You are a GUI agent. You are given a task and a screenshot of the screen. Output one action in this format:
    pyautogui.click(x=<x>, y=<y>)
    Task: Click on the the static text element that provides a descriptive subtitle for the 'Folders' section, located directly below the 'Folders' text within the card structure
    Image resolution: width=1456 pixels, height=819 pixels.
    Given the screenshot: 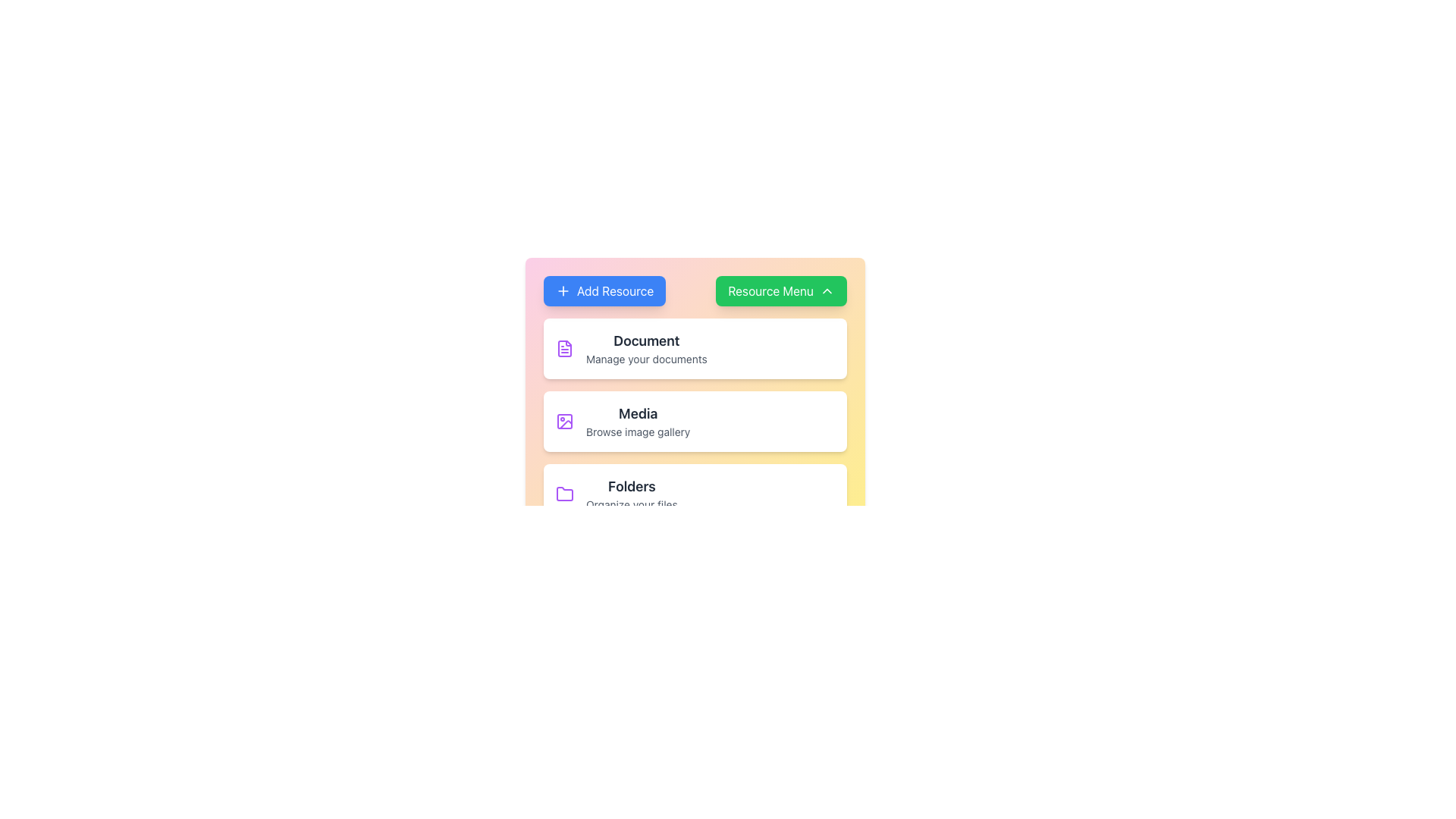 What is the action you would take?
    pyautogui.click(x=632, y=505)
    